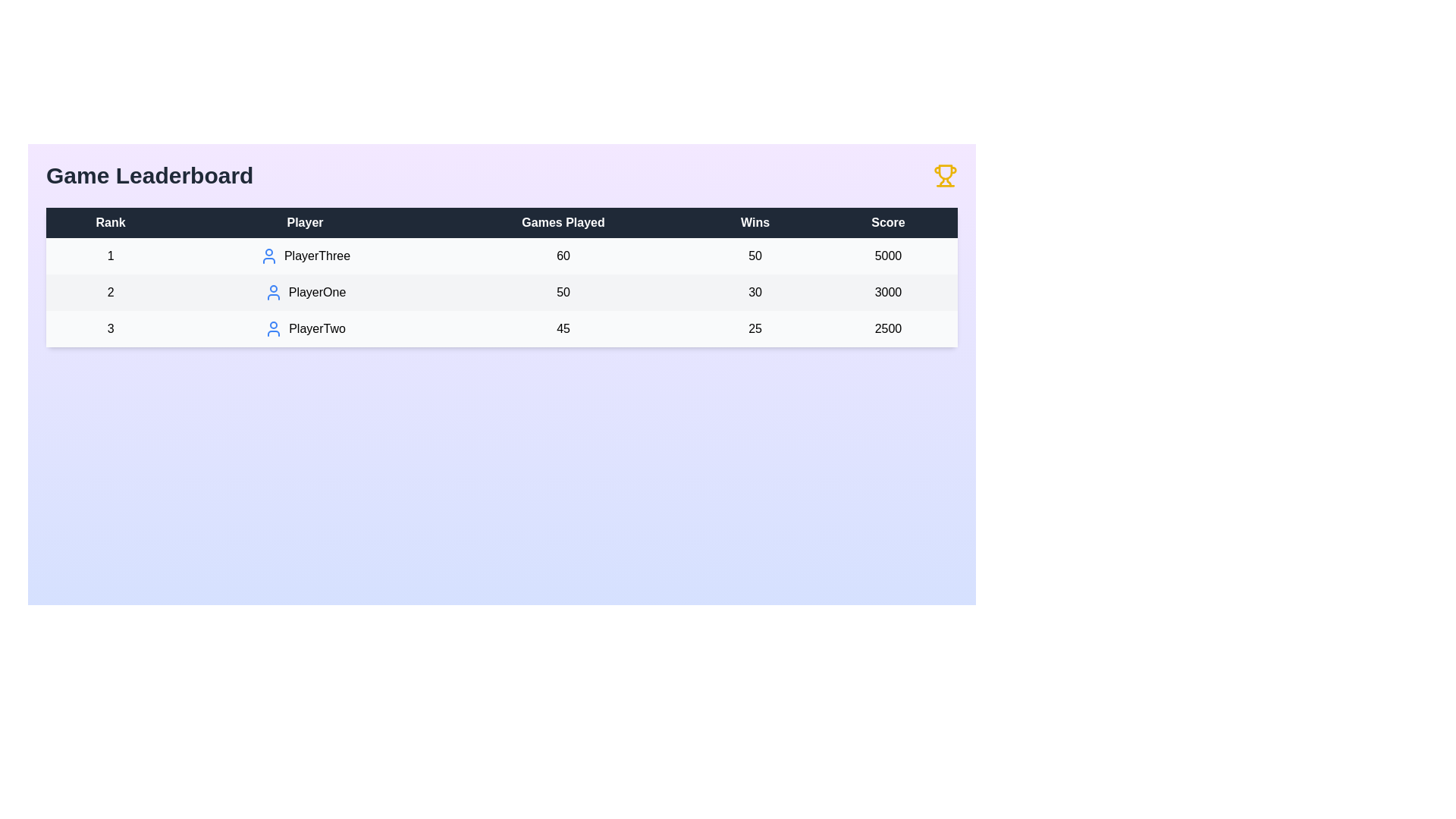  I want to click on displayed text of the label with the user icon for 'PlayerTwo' located in the third row of the 'Player' column in the leaderboard table, so click(304, 328).